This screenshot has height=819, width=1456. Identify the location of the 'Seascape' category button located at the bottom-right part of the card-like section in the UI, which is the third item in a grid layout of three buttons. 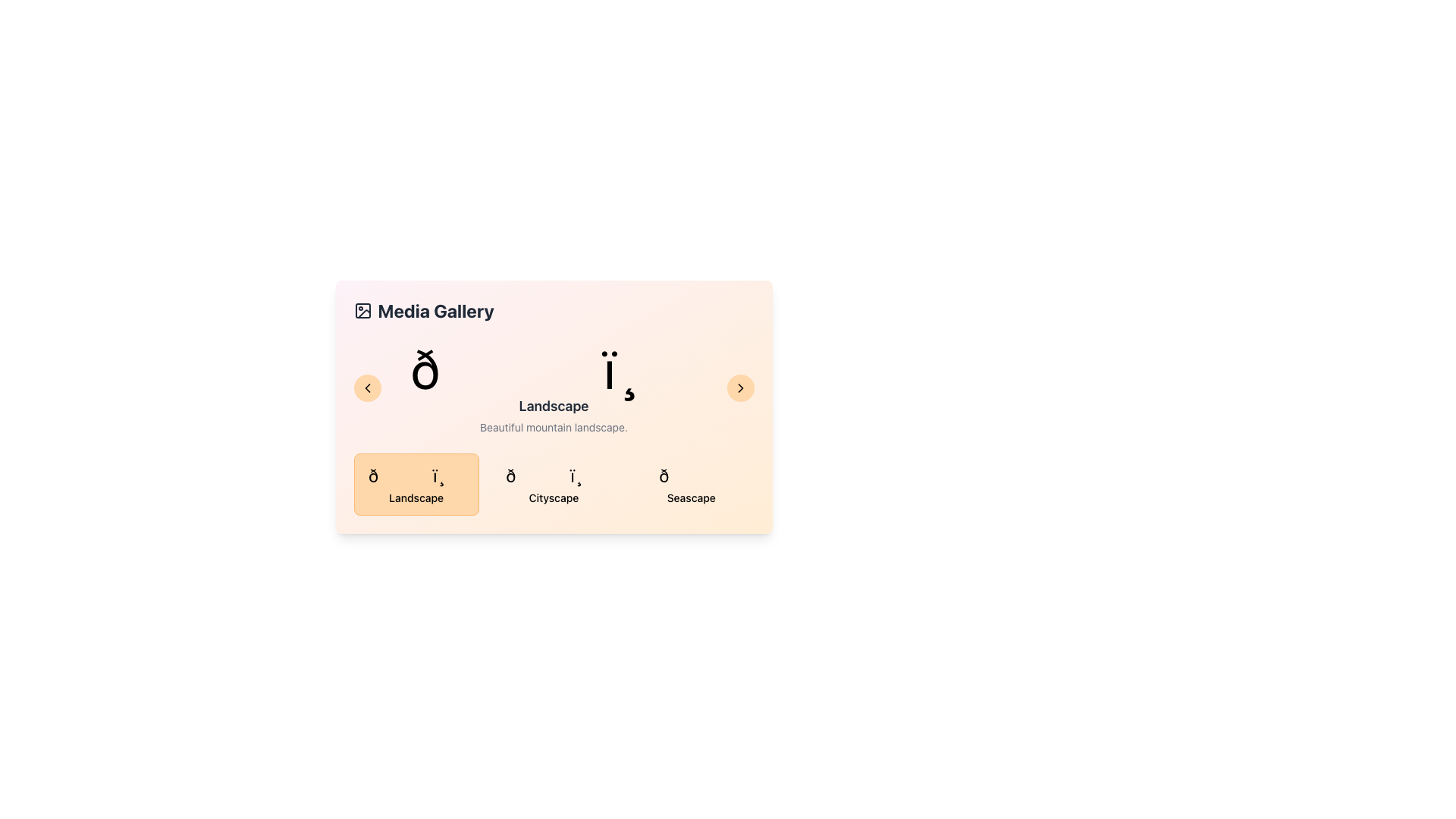
(690, 485).